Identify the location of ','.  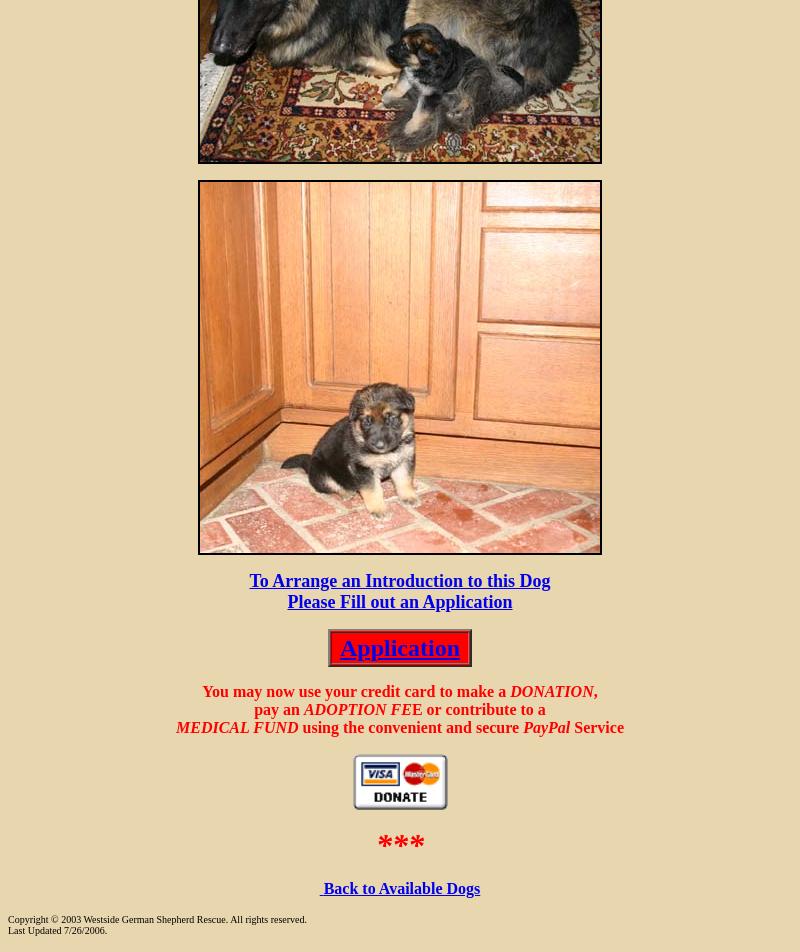
(591, 691).